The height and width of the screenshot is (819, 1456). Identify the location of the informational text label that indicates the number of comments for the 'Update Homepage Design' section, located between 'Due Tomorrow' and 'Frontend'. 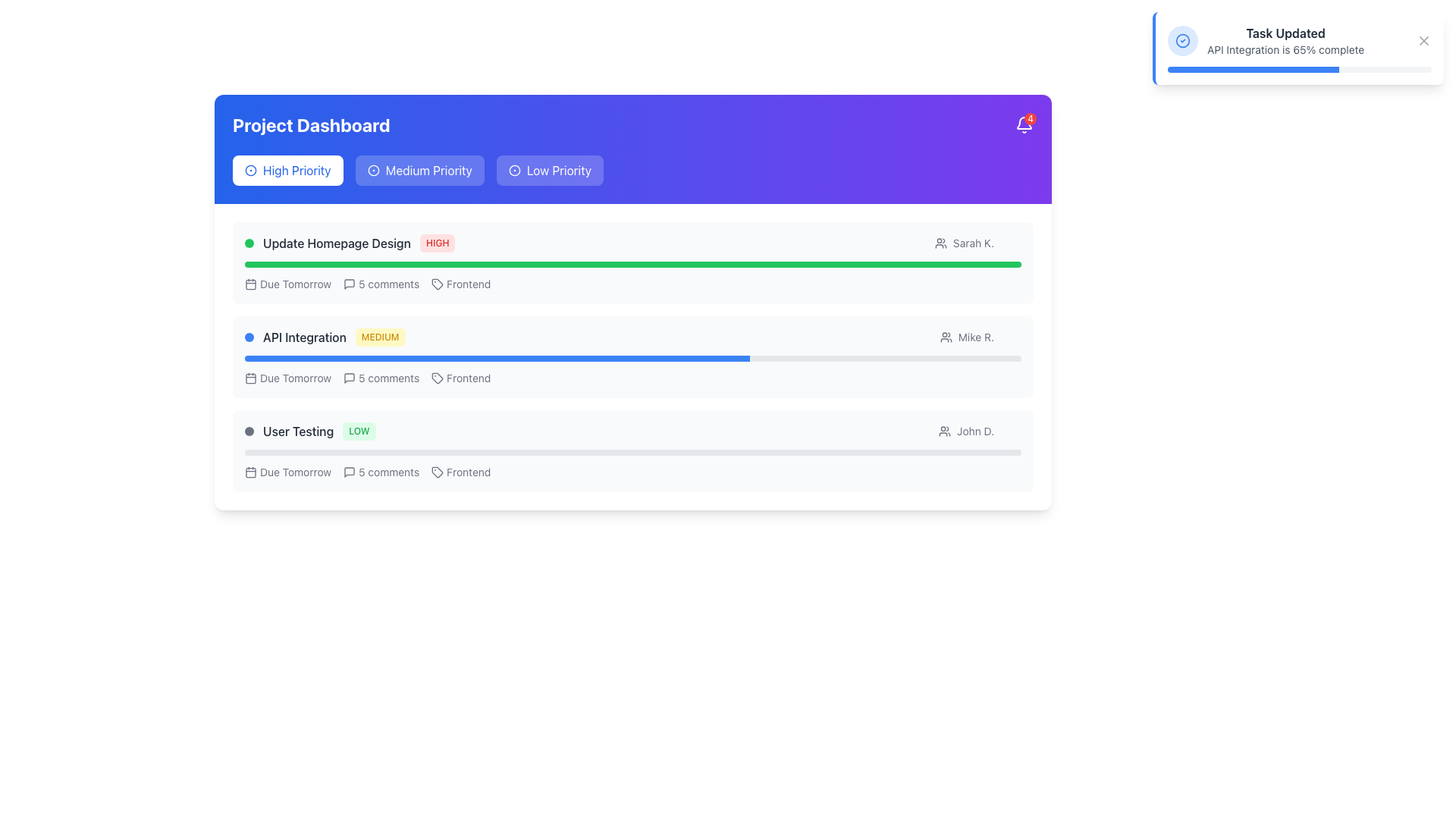
(389, 284).